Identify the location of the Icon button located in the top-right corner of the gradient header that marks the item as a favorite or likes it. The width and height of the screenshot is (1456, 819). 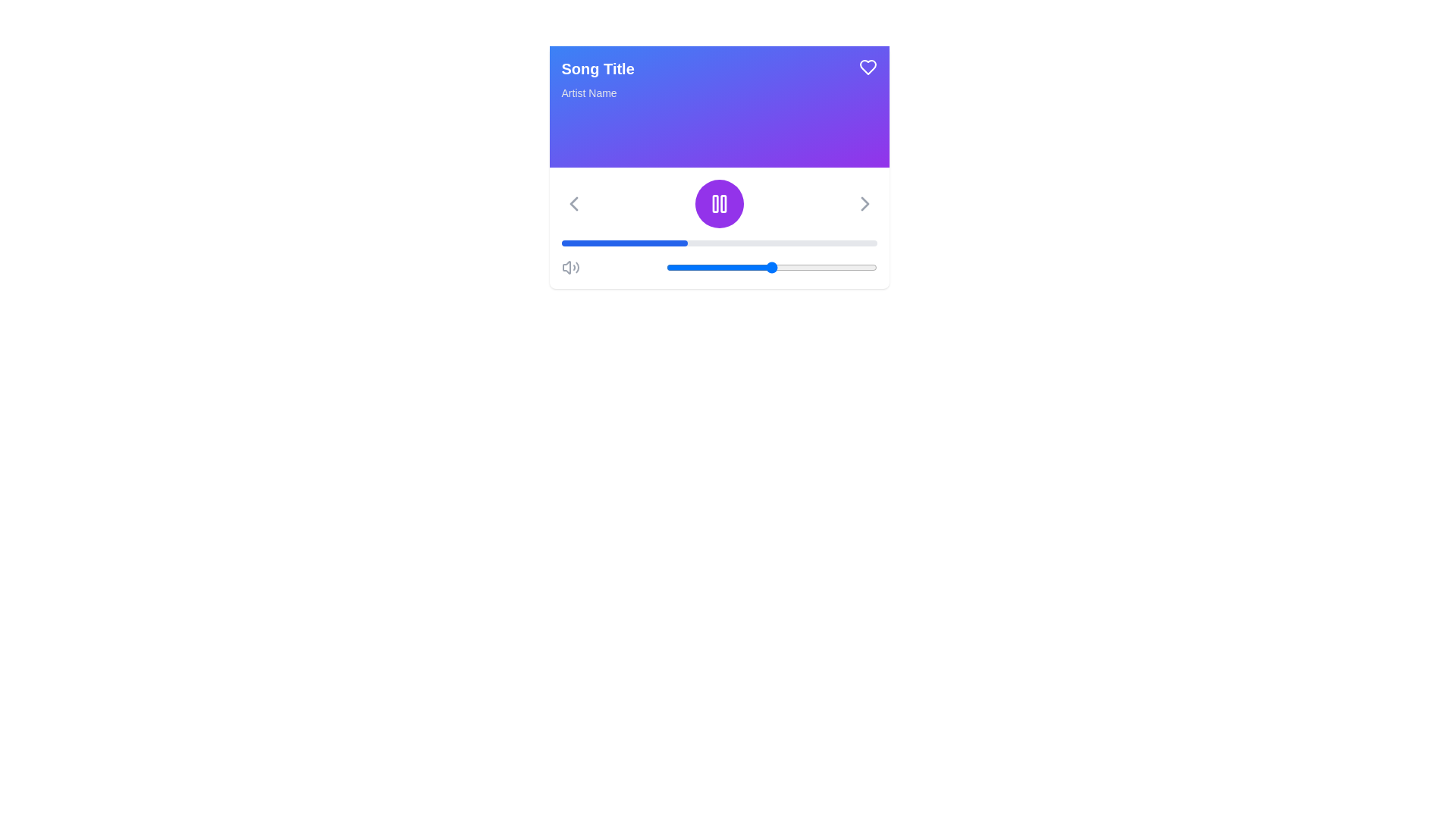
(868, 66).